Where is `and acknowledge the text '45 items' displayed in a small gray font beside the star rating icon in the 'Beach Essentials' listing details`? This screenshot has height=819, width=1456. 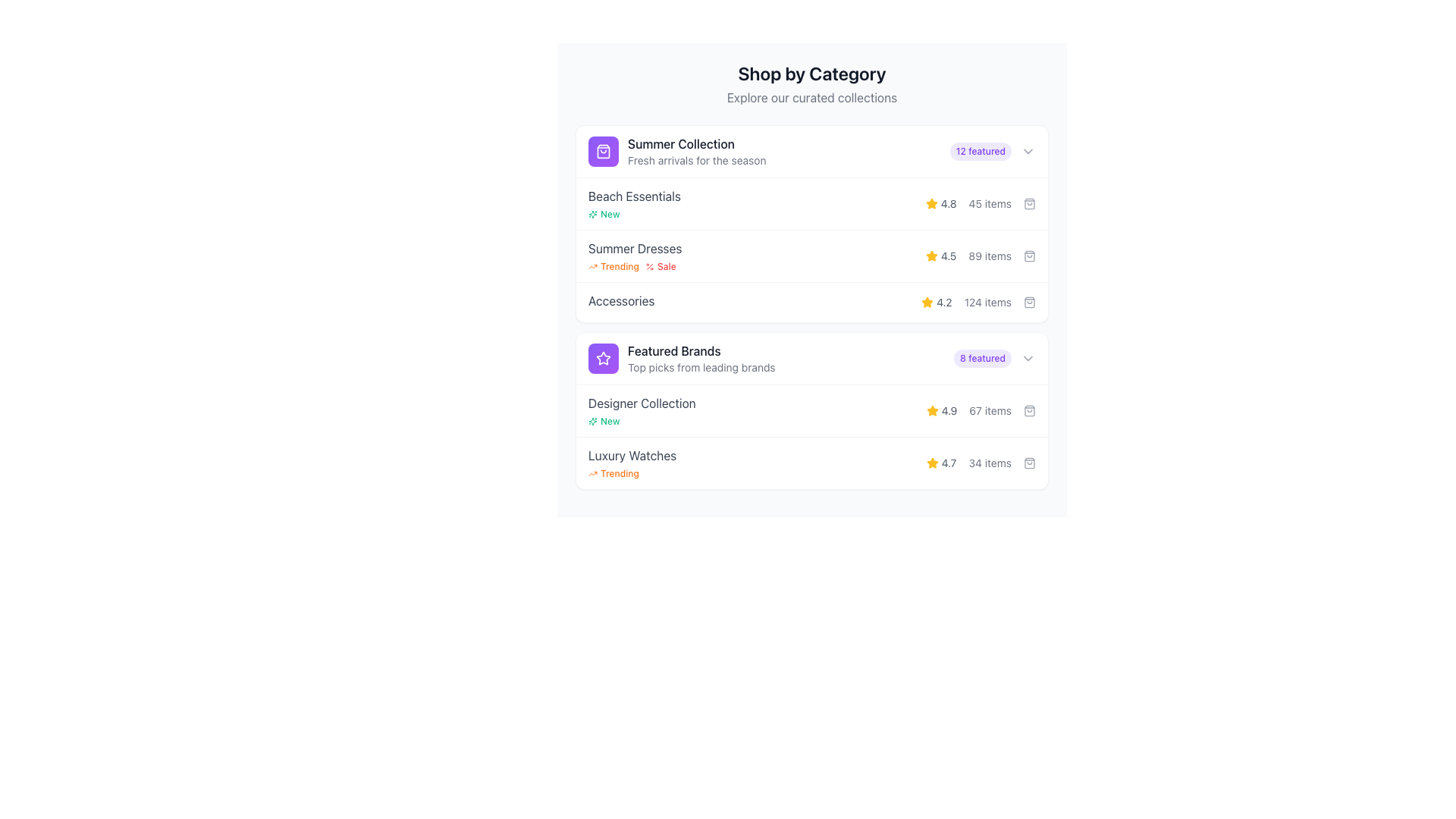
and acknowledge the text '45 items' displayed in a small gray font beside the star rating icon in the 'Beach Essentials' listing details is located at coordinates (990, 203).